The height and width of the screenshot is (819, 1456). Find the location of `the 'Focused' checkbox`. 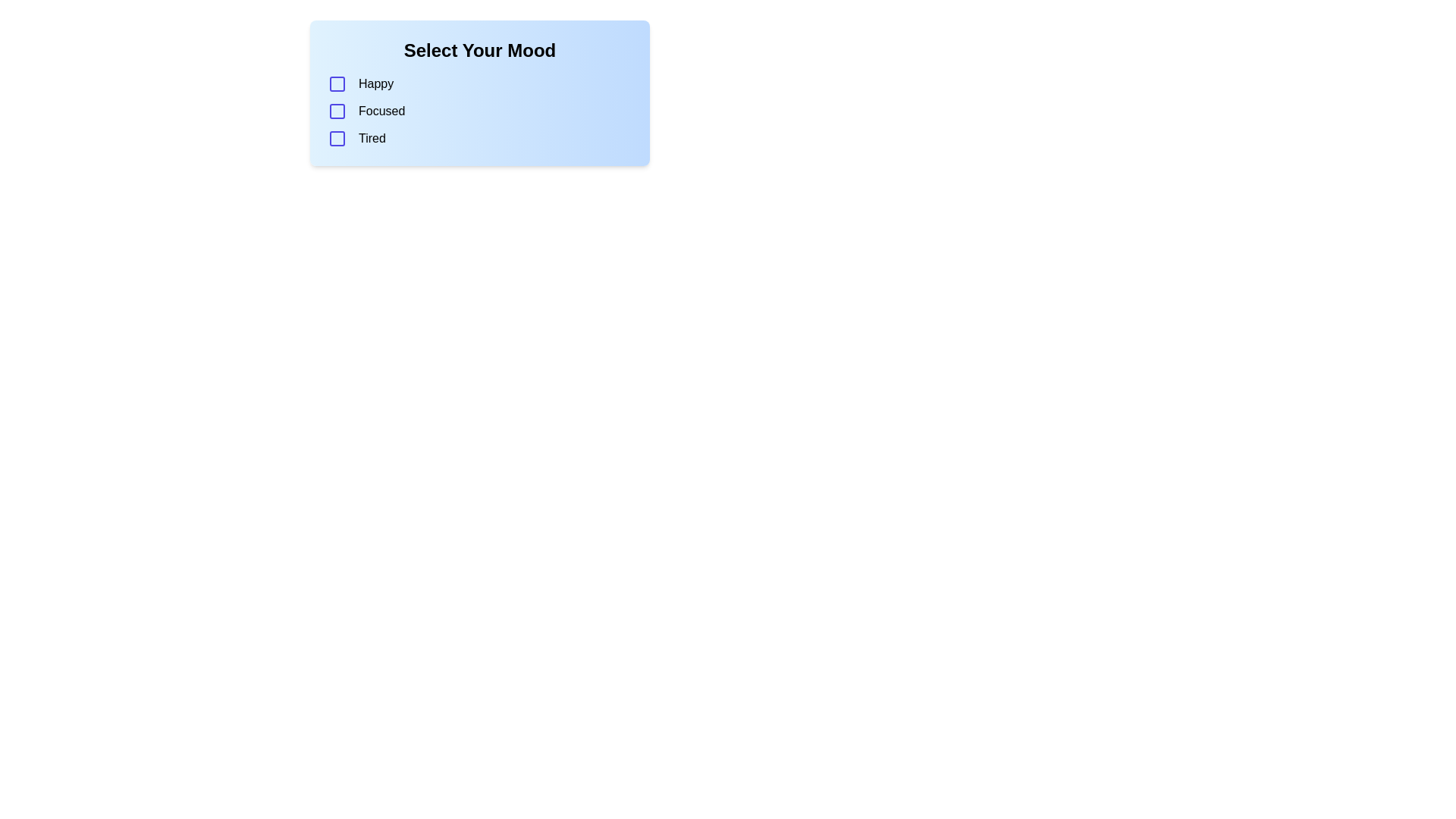

the 'Focused' checkbox is located at coordinates (337, 110).